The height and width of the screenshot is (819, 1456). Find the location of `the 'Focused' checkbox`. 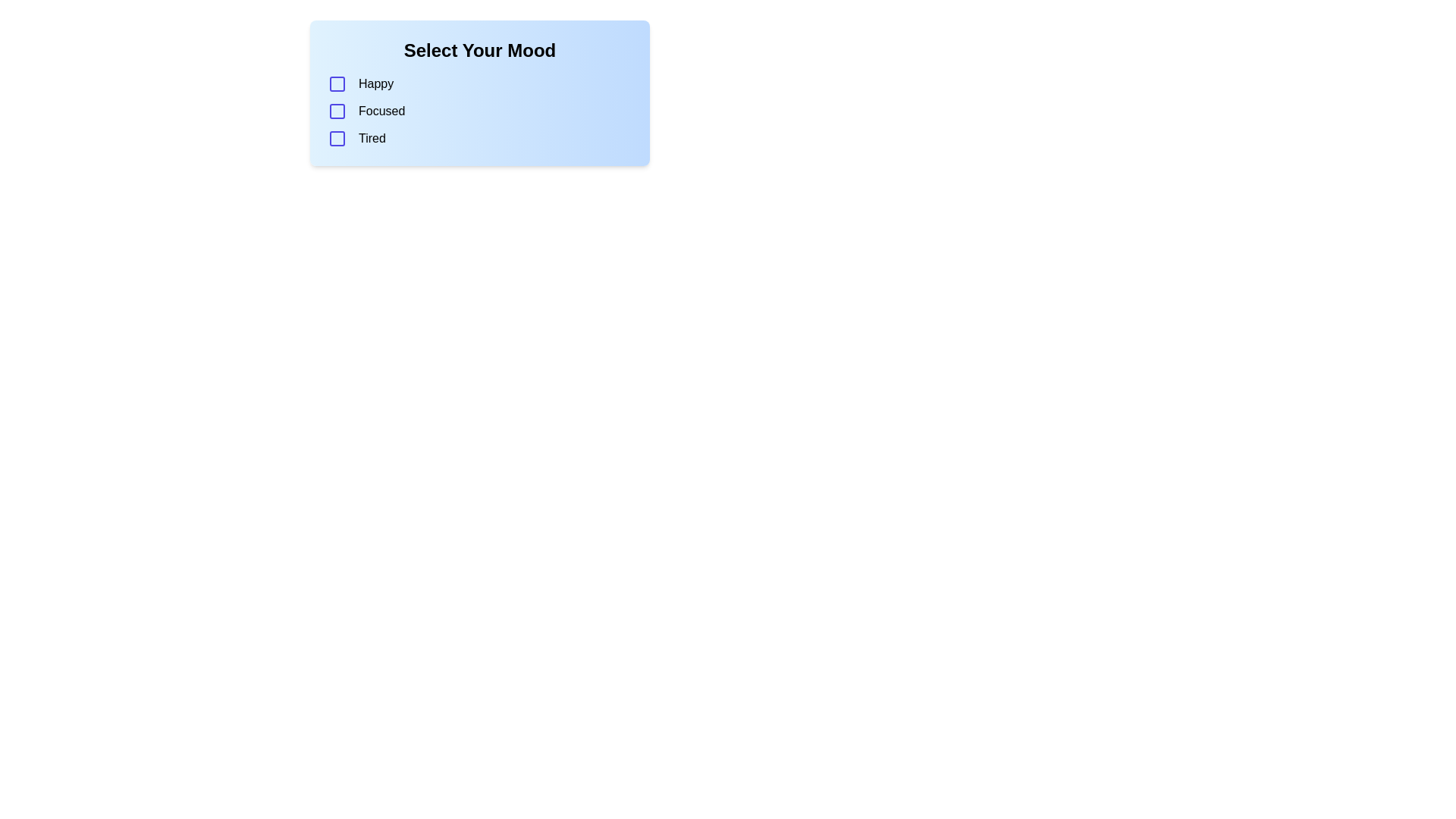

the 'Focused' checkbox is located at coordinates (337, 110).